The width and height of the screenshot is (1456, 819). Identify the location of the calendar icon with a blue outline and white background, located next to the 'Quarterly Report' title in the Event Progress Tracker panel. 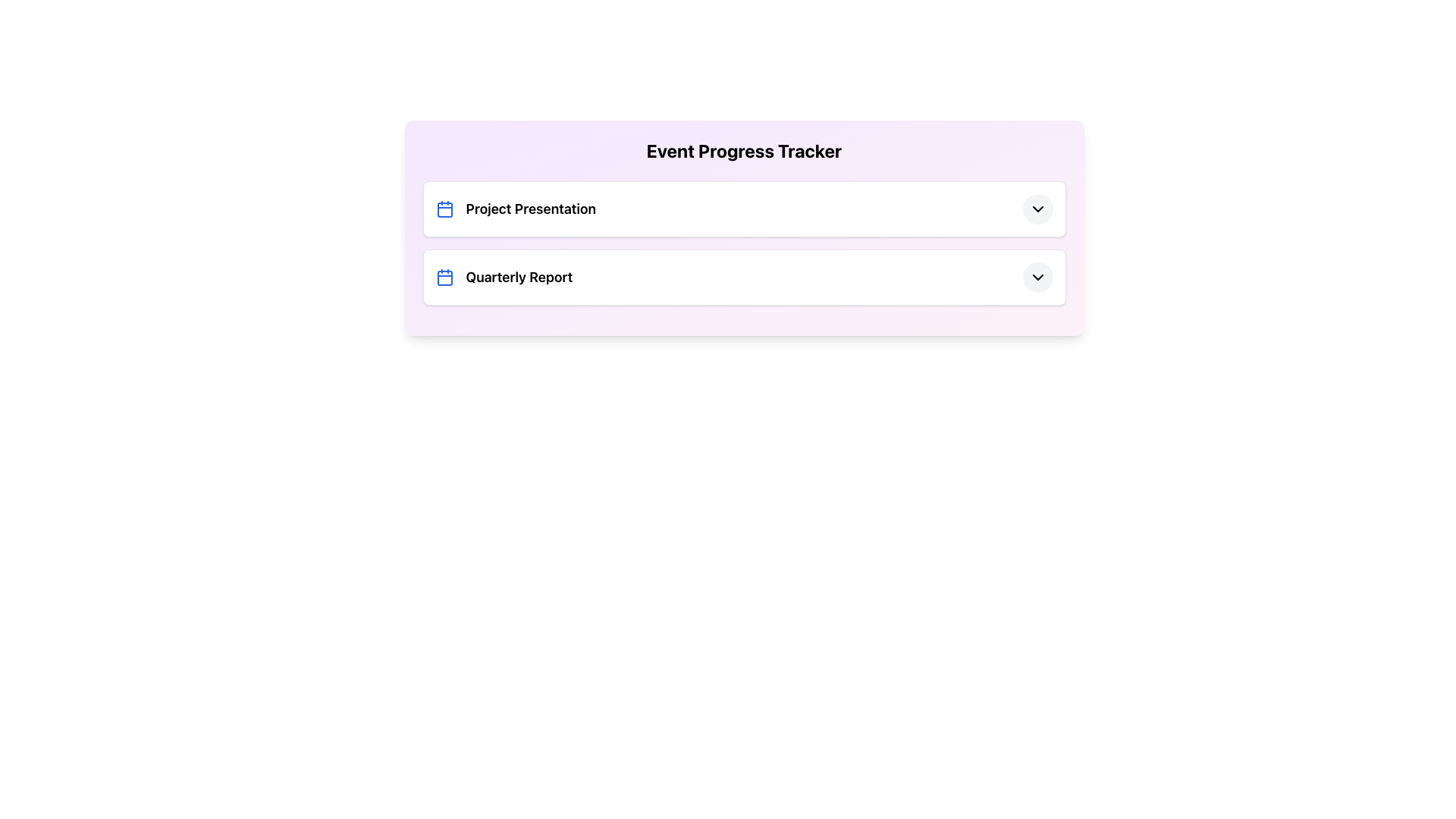
(444, 278).